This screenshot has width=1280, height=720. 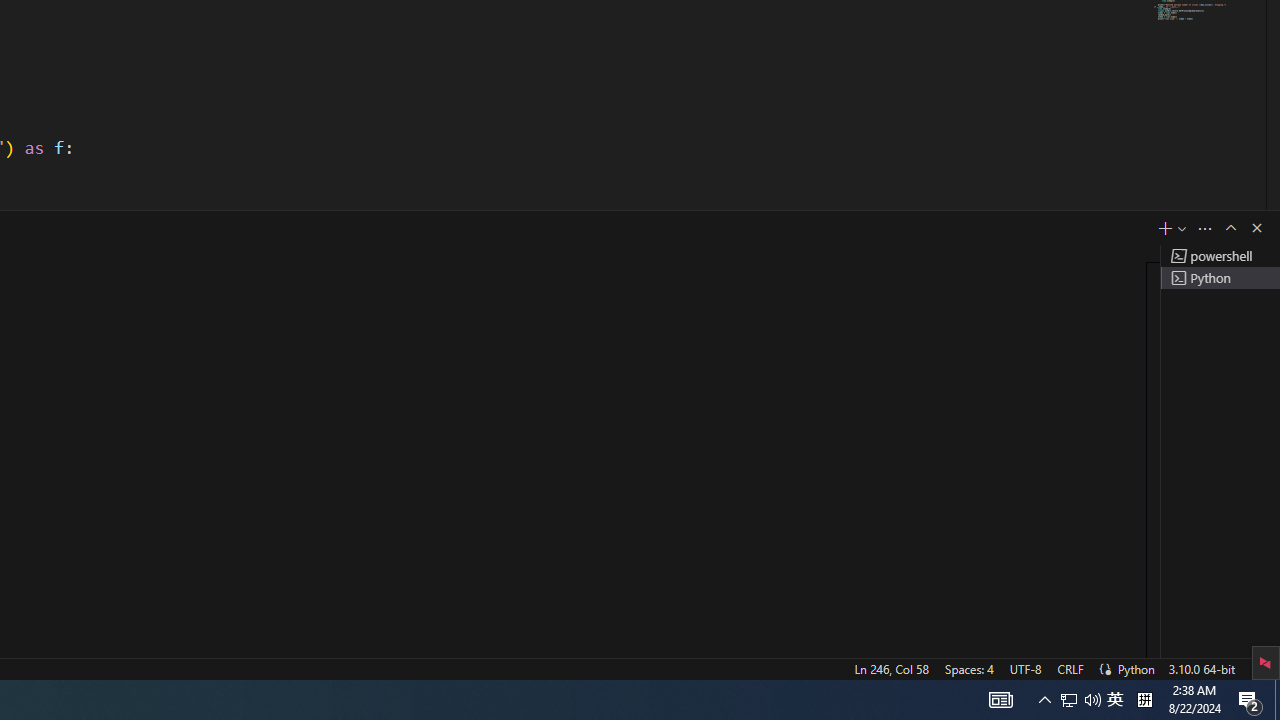 I want to click on 'UTF-8', so click(x=1025, y=668).